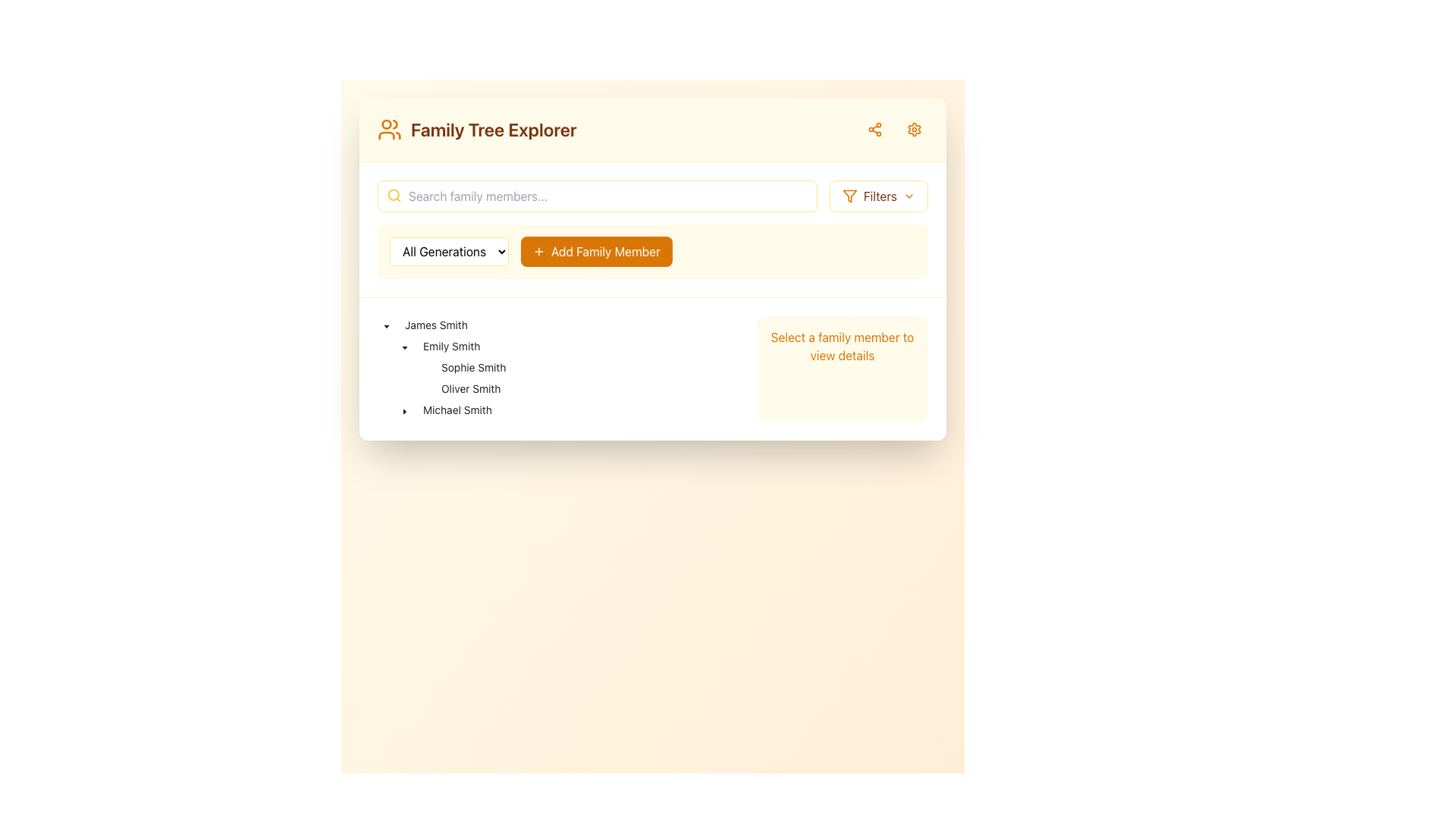 The height and width of the screenshot is (819, 1456). I want to click on the Tree node item displaying the name 'Sophie Smith', which is positioned beneath 'Emily Smith', so click(472, 368).